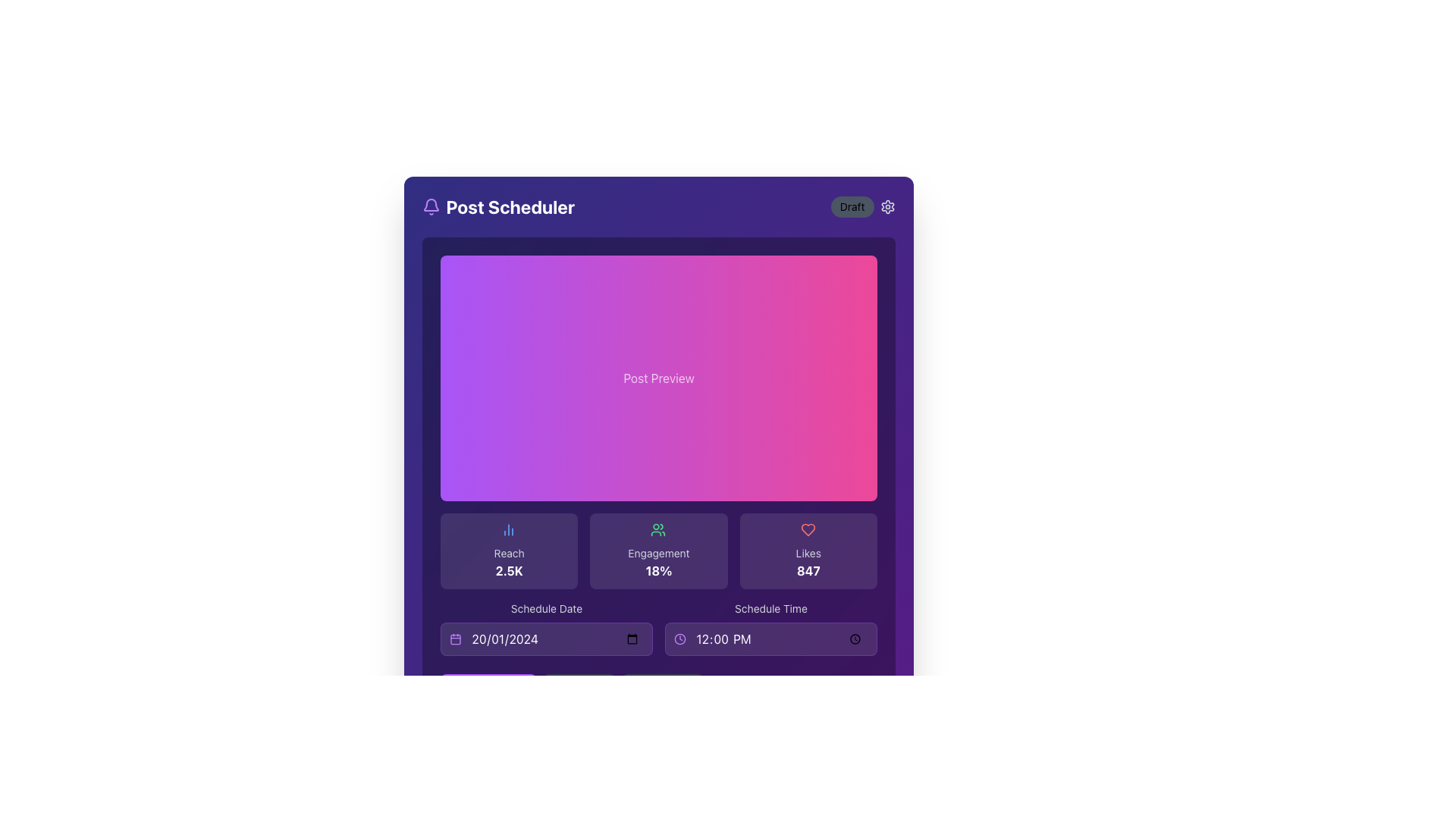 This screenshot has width=1456, height=819. What do you see at coordinates (807, 529) in the screenshot?
I see `the heart-shaped icon with a red hue, which is located above the 'Likes' label and value in the fourth segment of the bottom panel` at bounding box center [807, 529].